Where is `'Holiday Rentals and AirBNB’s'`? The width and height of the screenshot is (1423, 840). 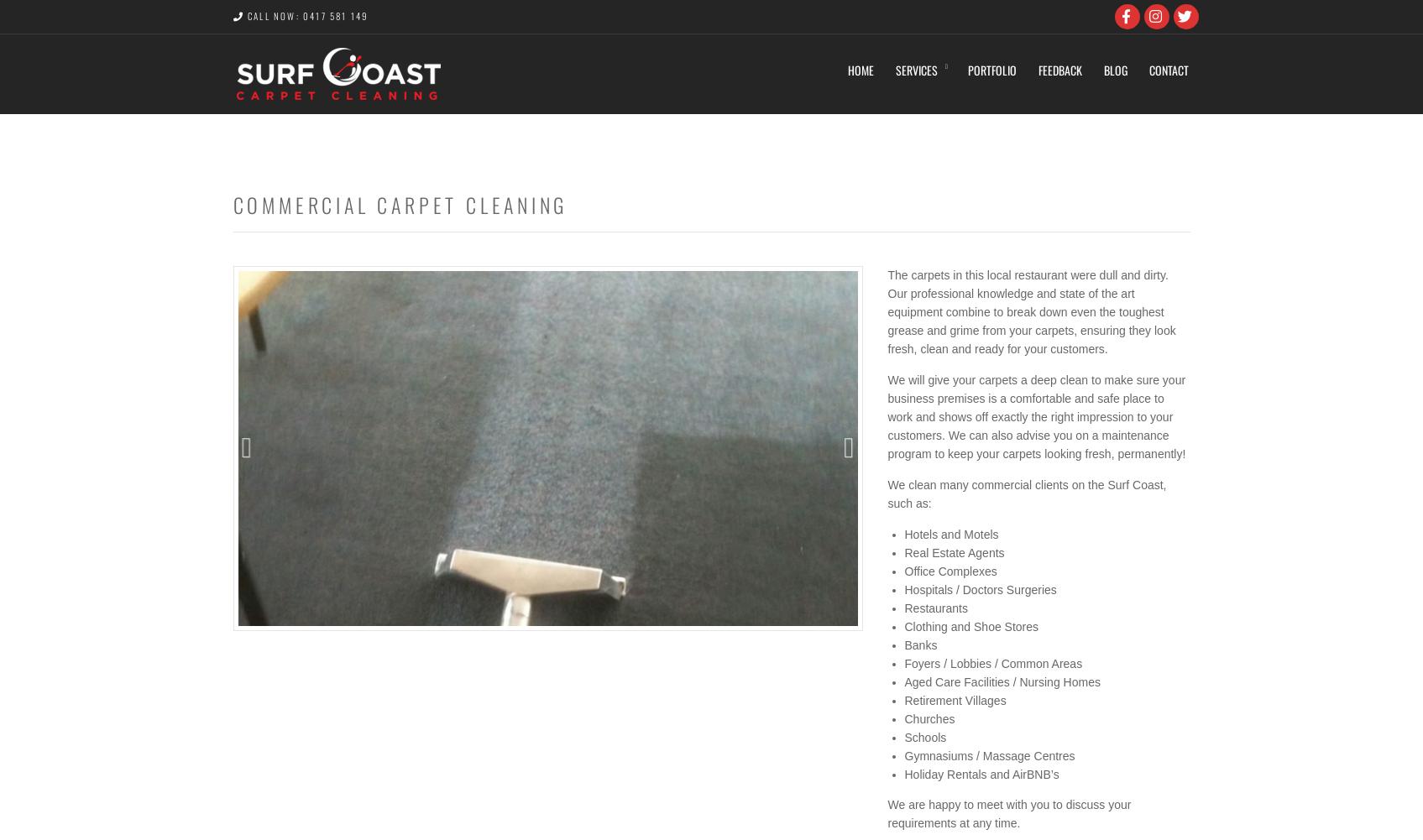 'Holiday Rentals and AirBNB’s' is located at coordinates (981, 775).